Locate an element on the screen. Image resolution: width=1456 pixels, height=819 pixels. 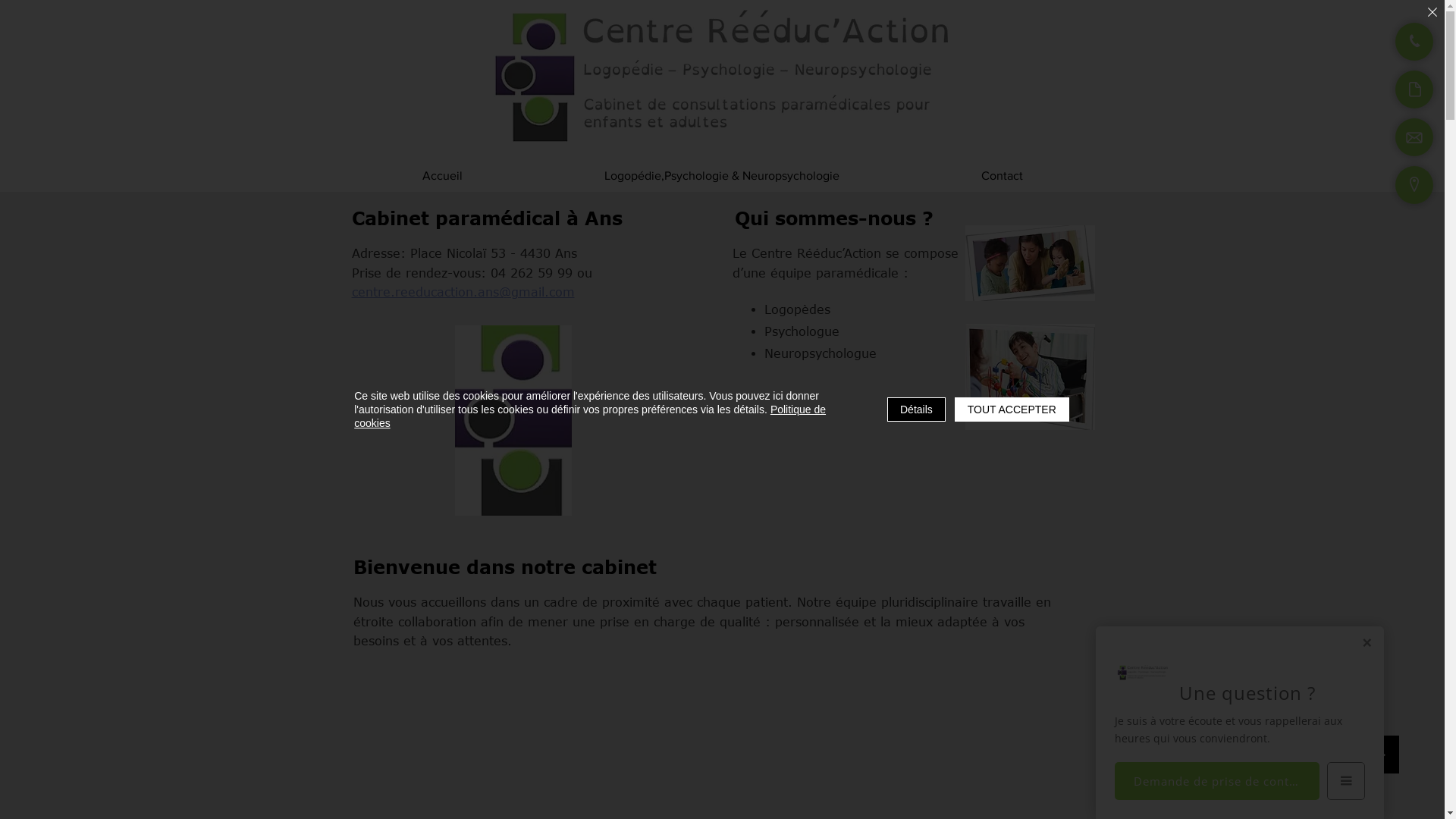
'Contact' is located at coordinates (1001, 174).